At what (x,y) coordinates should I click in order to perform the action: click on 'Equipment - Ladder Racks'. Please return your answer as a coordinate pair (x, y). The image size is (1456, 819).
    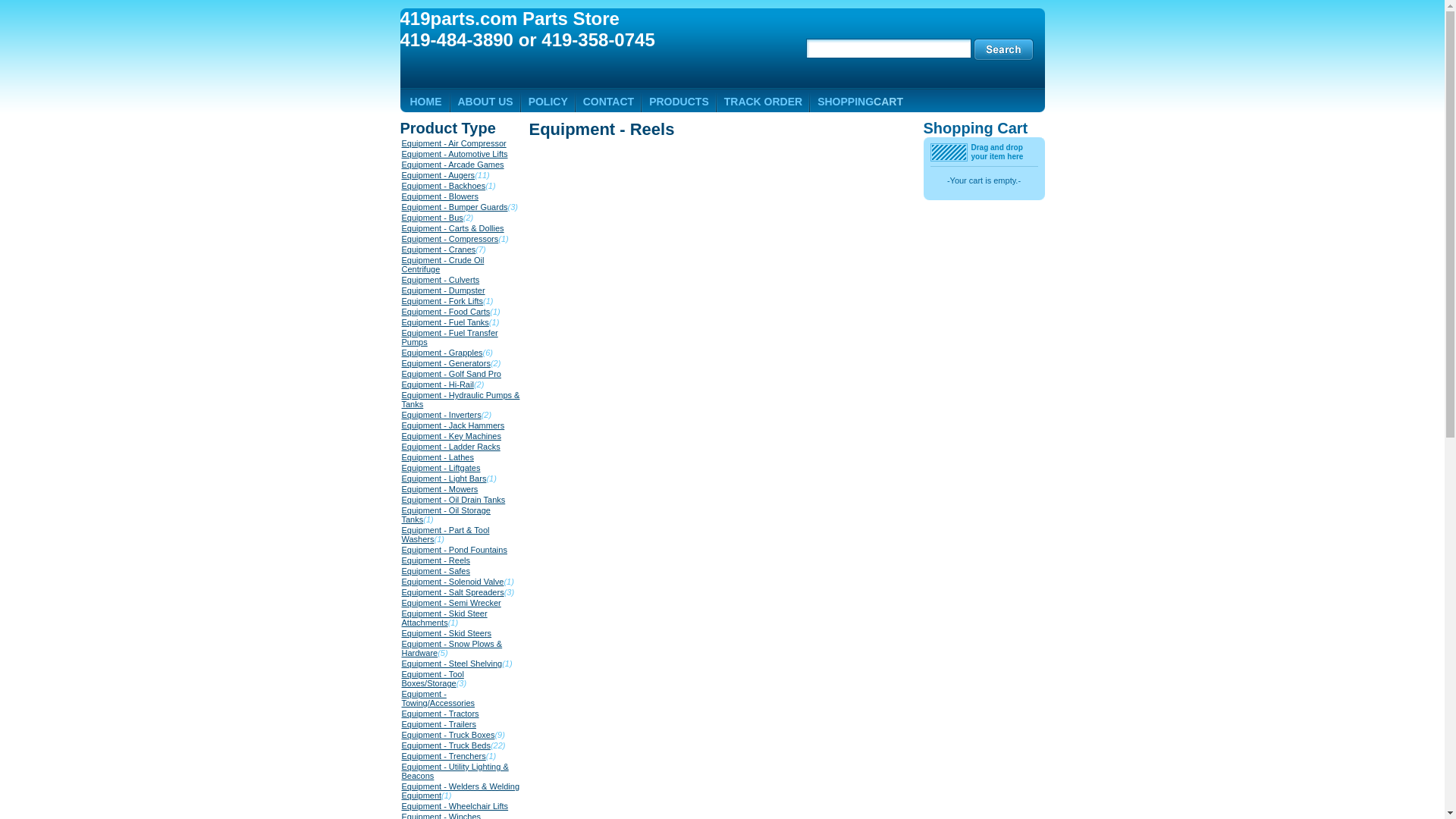
    Looking at the image, I should click on (450, 446).